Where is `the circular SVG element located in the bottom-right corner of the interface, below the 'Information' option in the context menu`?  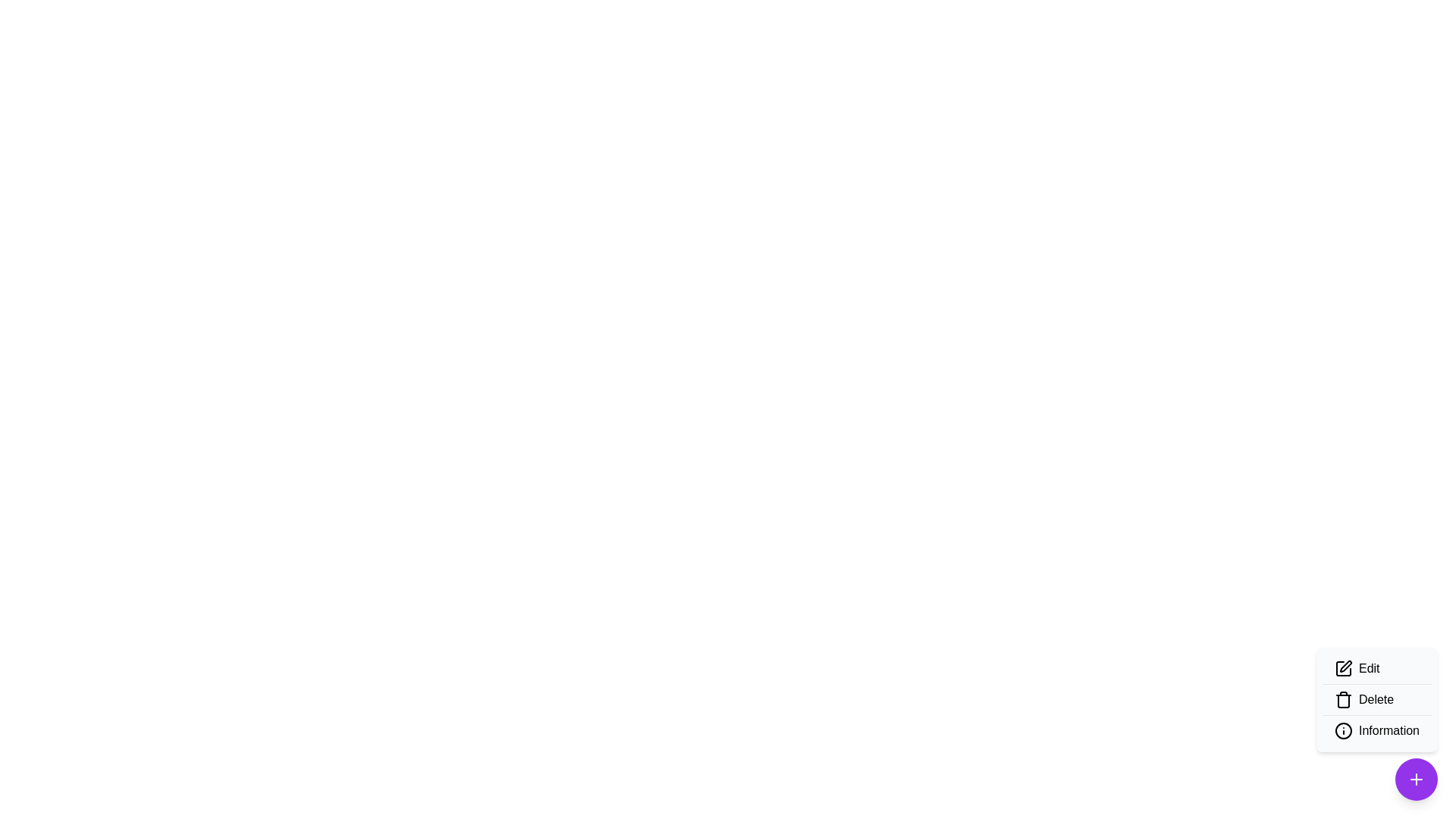 the circular SVG element located in the bottom-right corner of the interface, below the 'Information' option in the context menu is located at coordinates (1343, 730).